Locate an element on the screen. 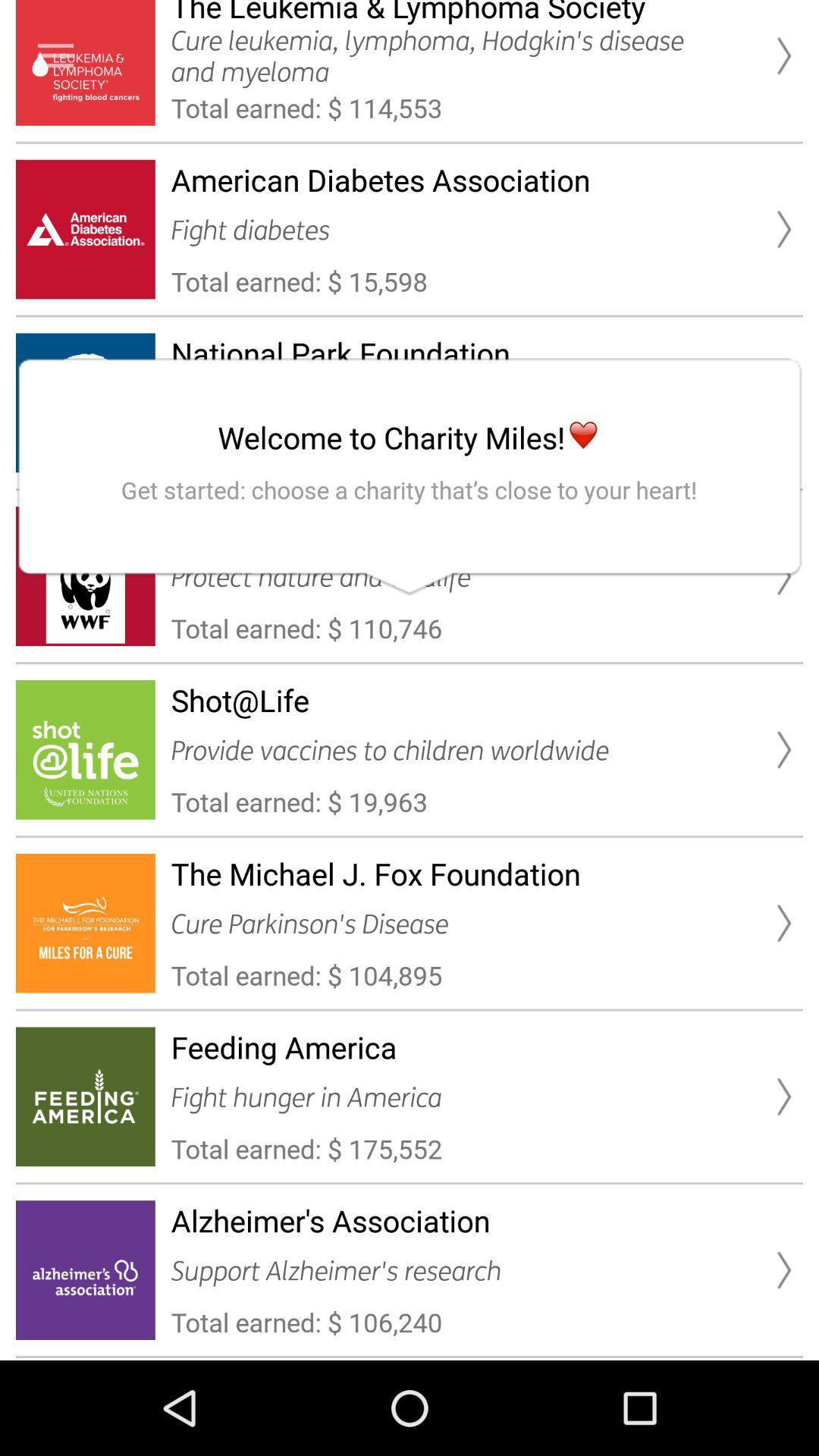 The height and width of the screenshot is (1456, 819). charity thumbnail is located at coordinates (55, 55).